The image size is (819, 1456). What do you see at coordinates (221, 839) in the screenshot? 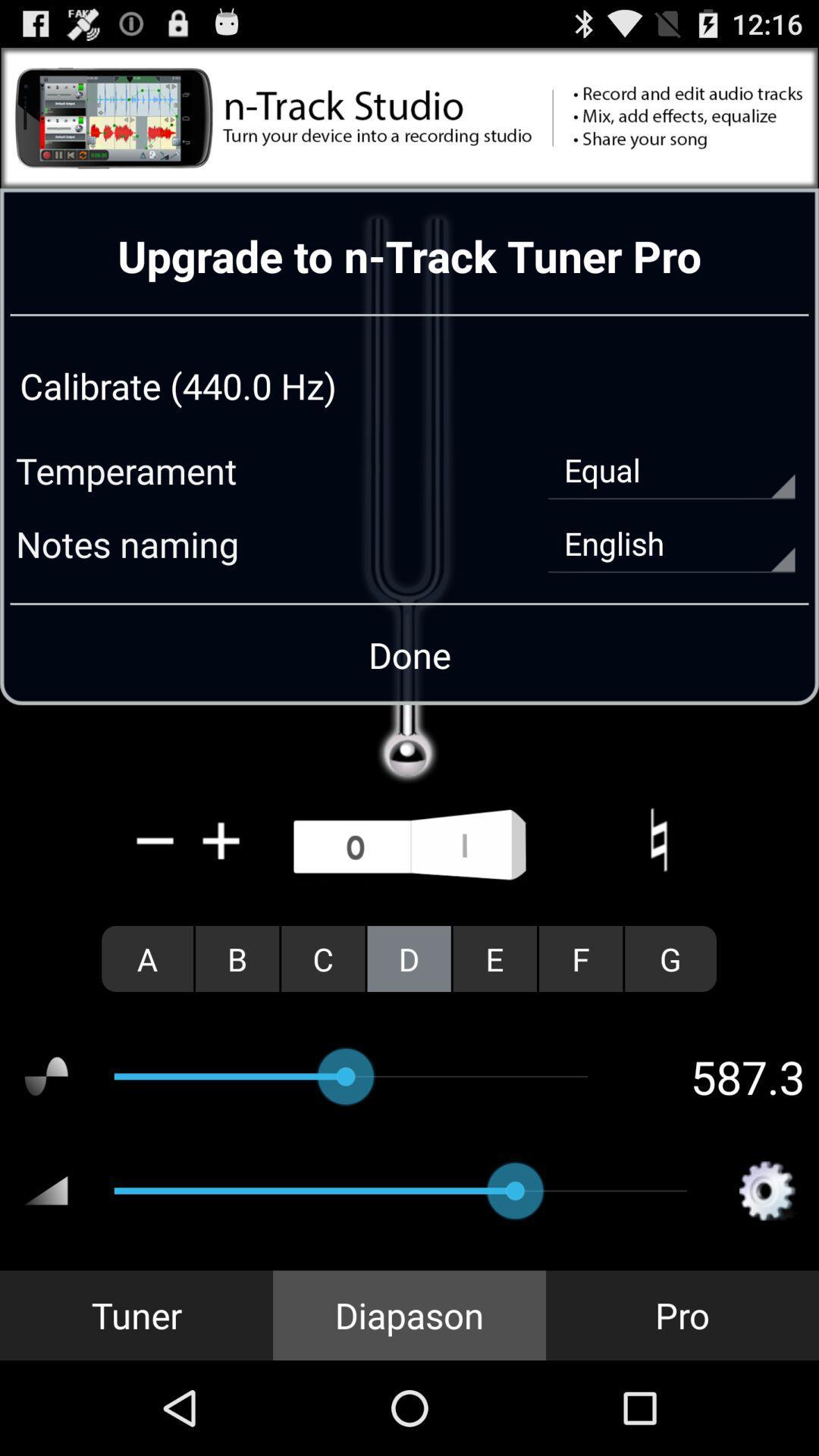
I see `the icon above a` at bounding box center [221, 839].